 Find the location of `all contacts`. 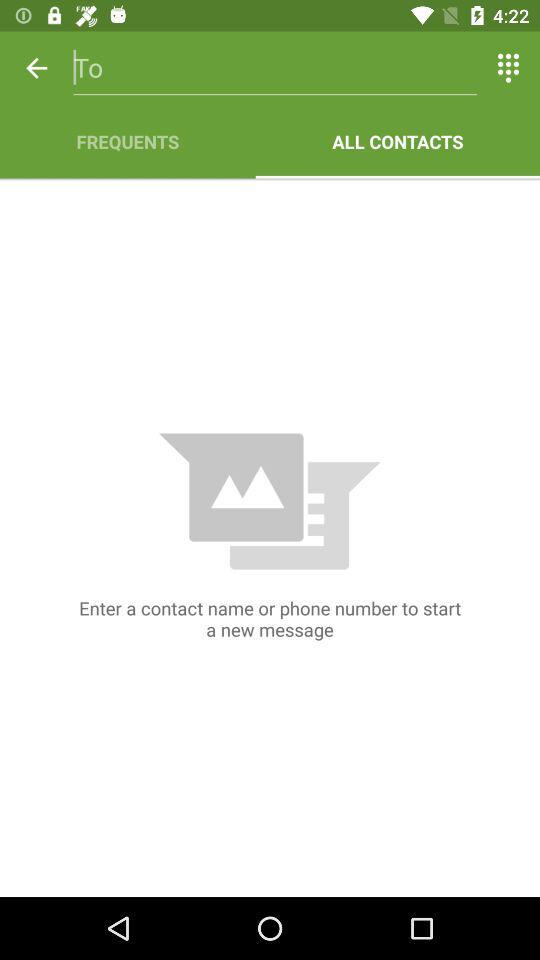

all contacts is located at coordinates (397, 140).